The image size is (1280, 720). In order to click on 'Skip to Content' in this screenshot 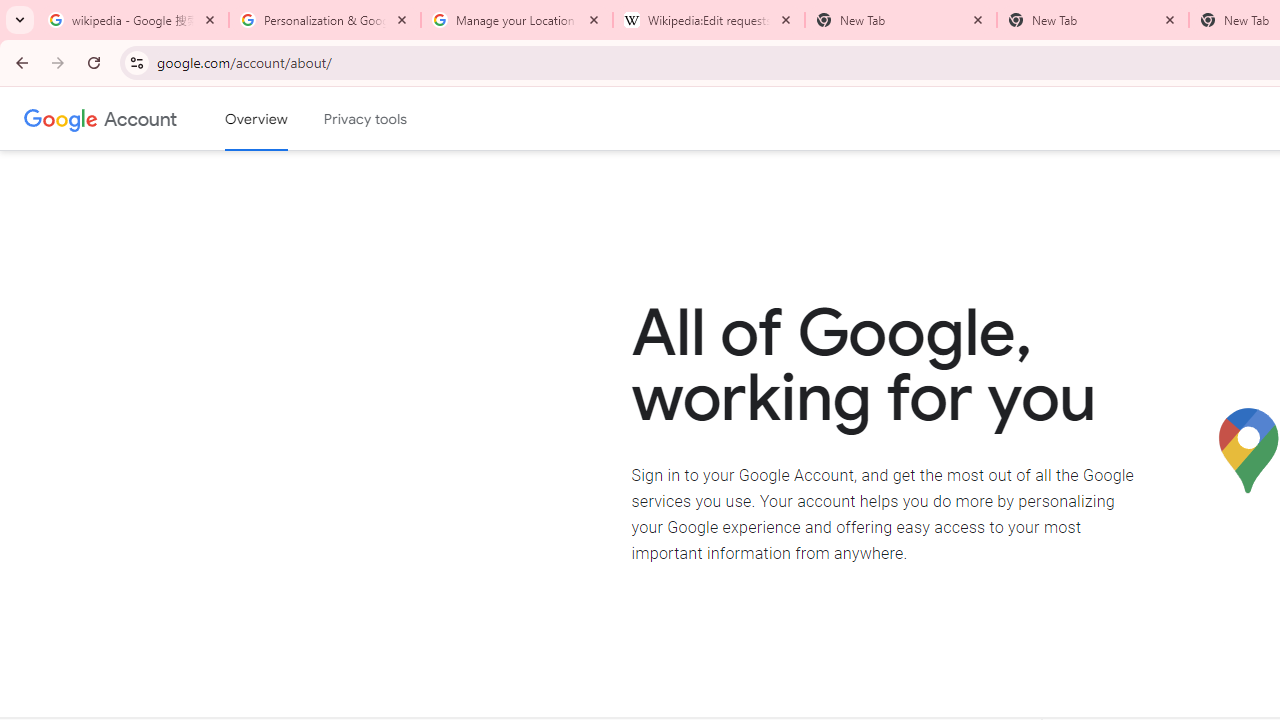, I will do `click(284, 116)`.